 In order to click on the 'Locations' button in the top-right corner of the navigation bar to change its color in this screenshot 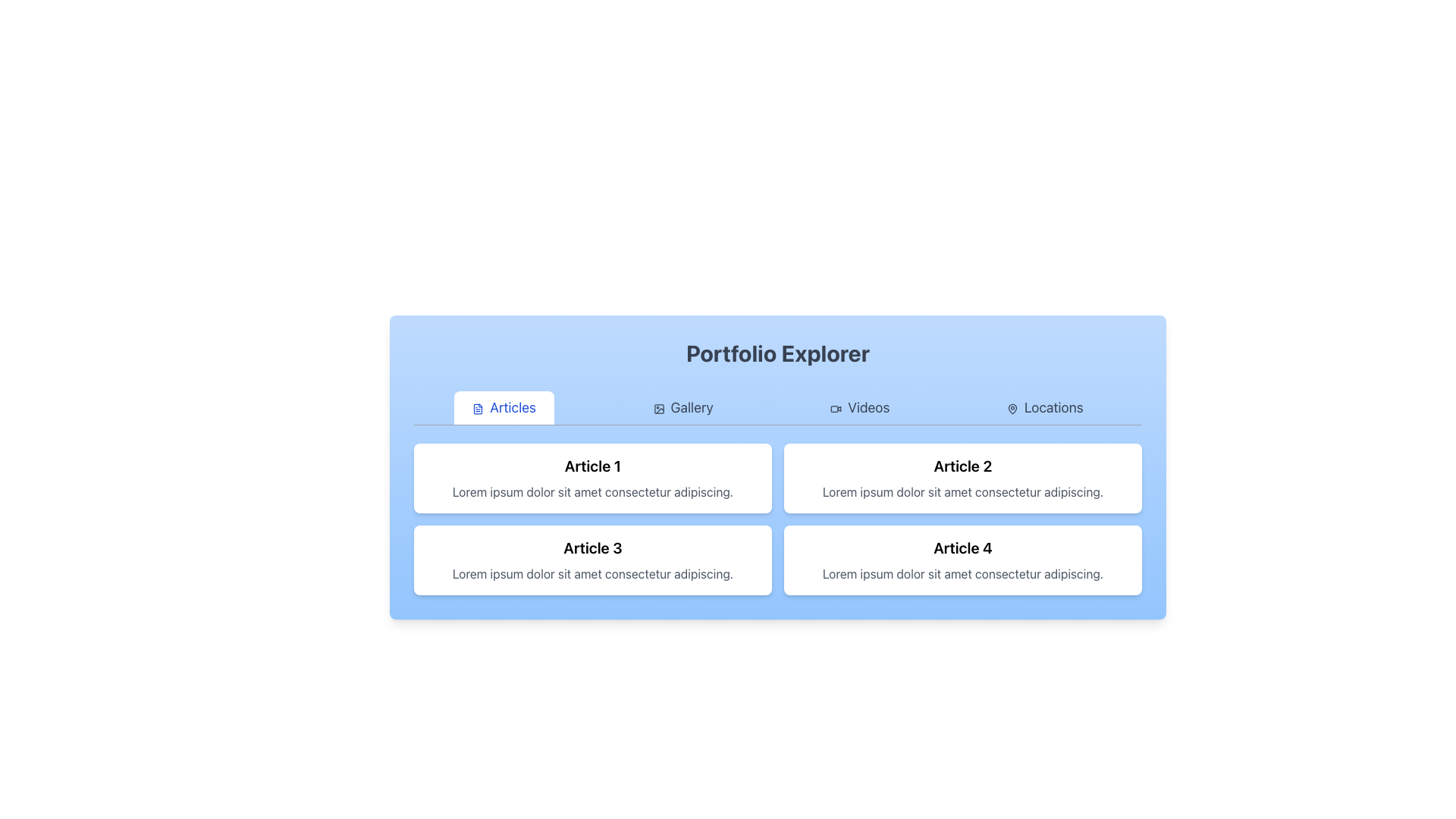, I will do `click(1044, 406)`.